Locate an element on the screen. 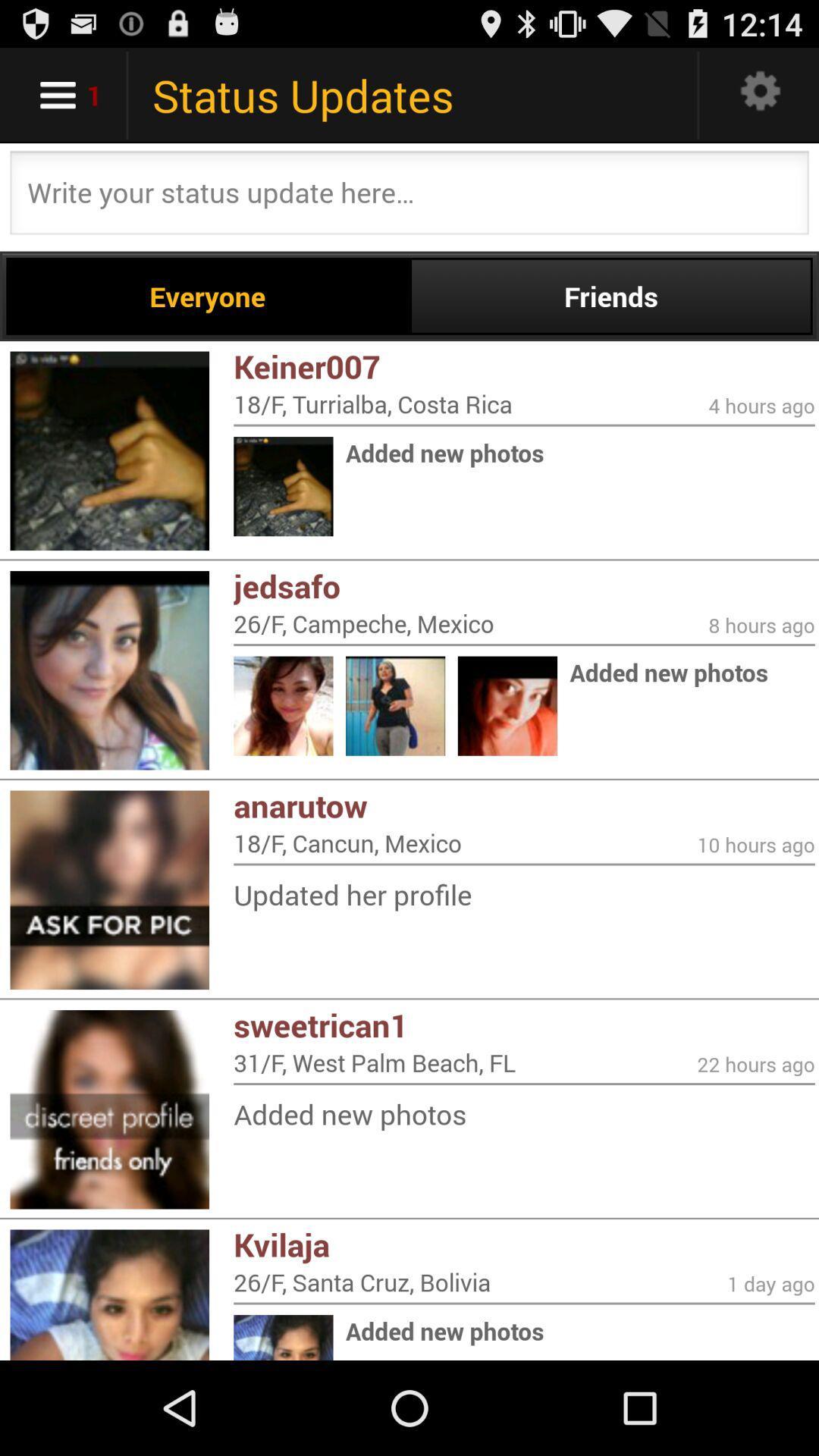 The width and height of the screenshot is (819, 1456). setting bar is located at coordinates (761, 94).